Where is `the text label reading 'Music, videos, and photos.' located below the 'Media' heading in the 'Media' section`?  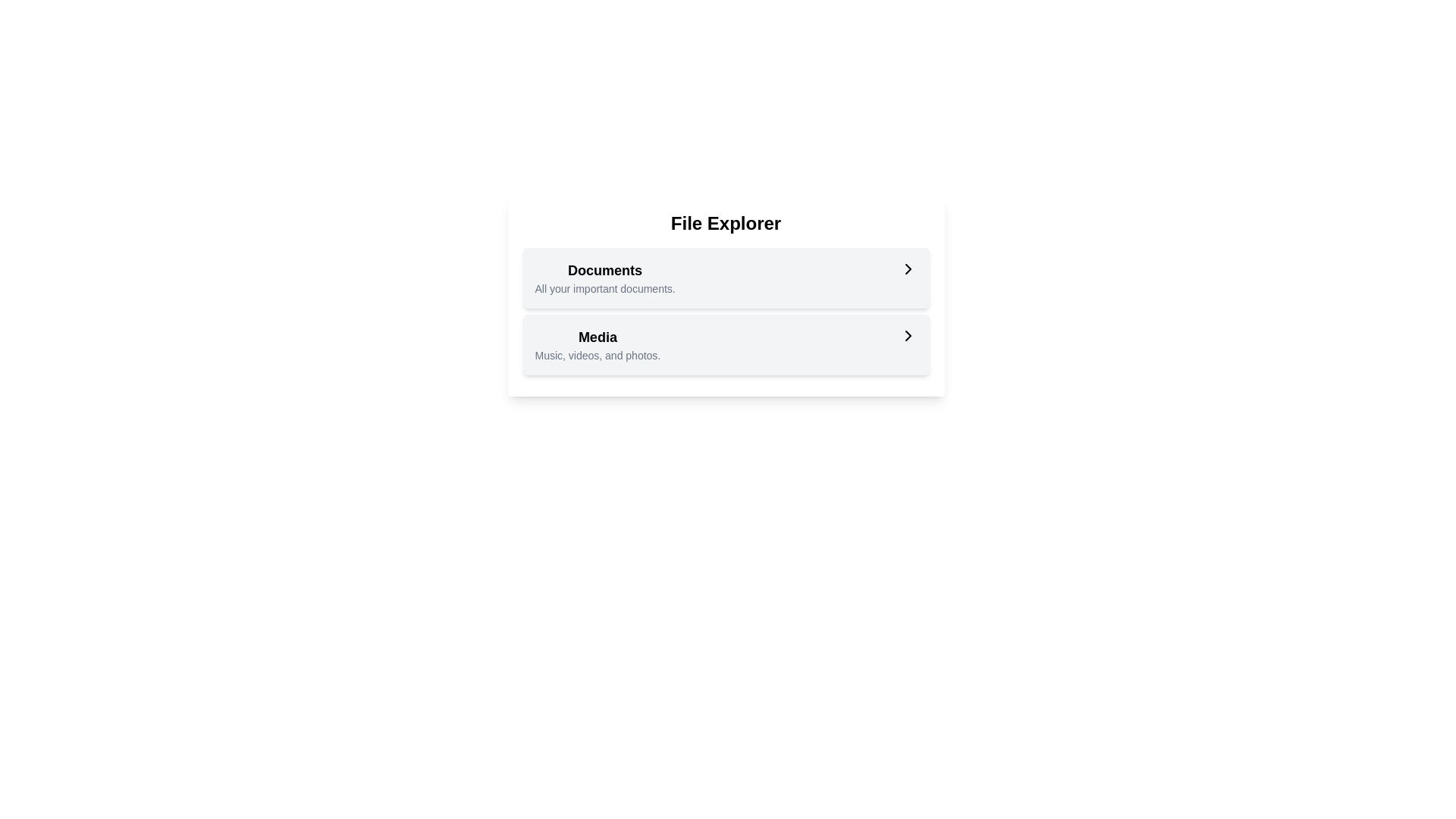
the text label reading 'Music, videos, and photos.' located below the 'Media' heading in the 'Media' section is located at coordinates (597, 356).